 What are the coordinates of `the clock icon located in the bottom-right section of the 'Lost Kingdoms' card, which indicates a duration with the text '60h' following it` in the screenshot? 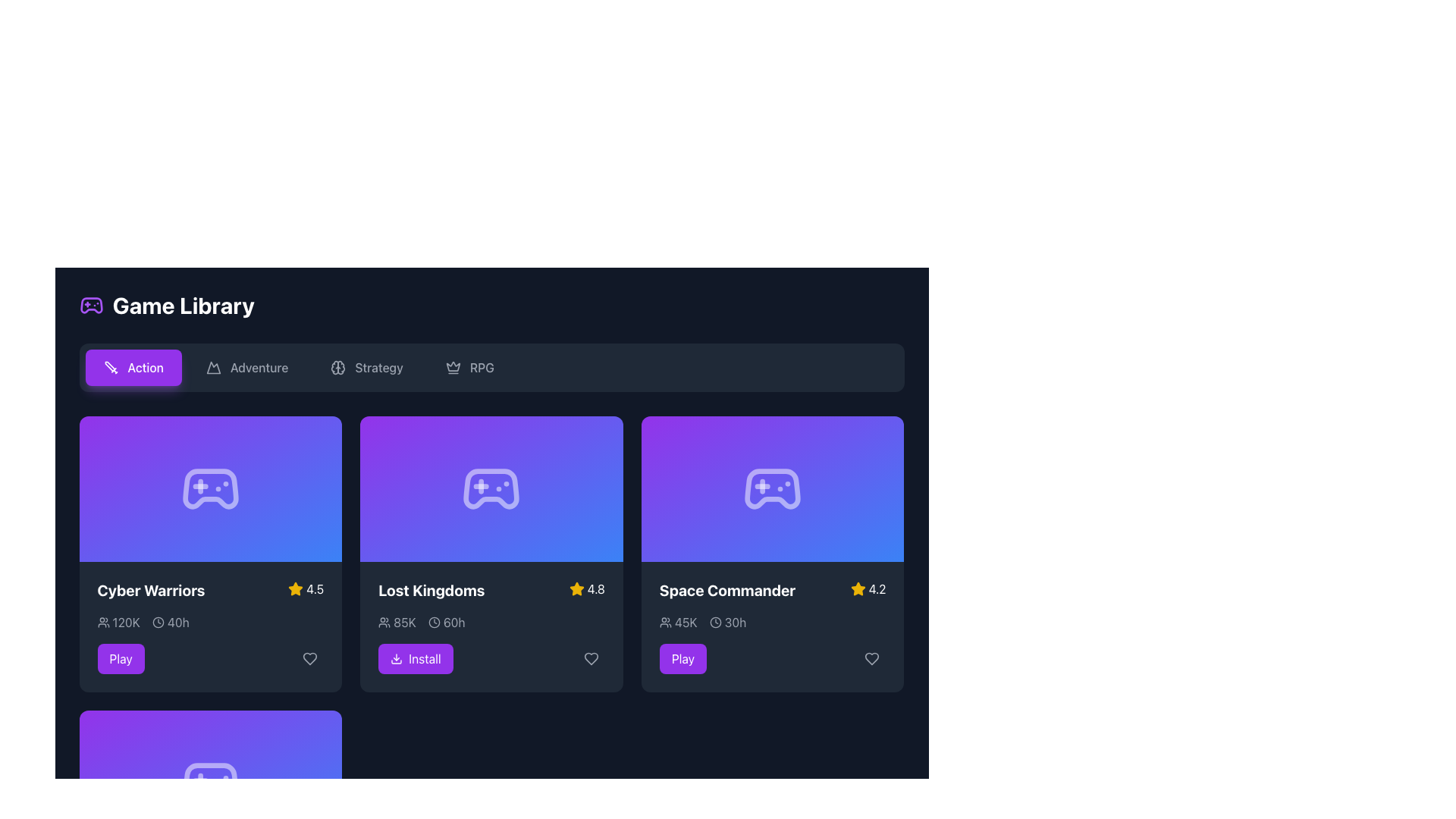 It's located at (433, 623).